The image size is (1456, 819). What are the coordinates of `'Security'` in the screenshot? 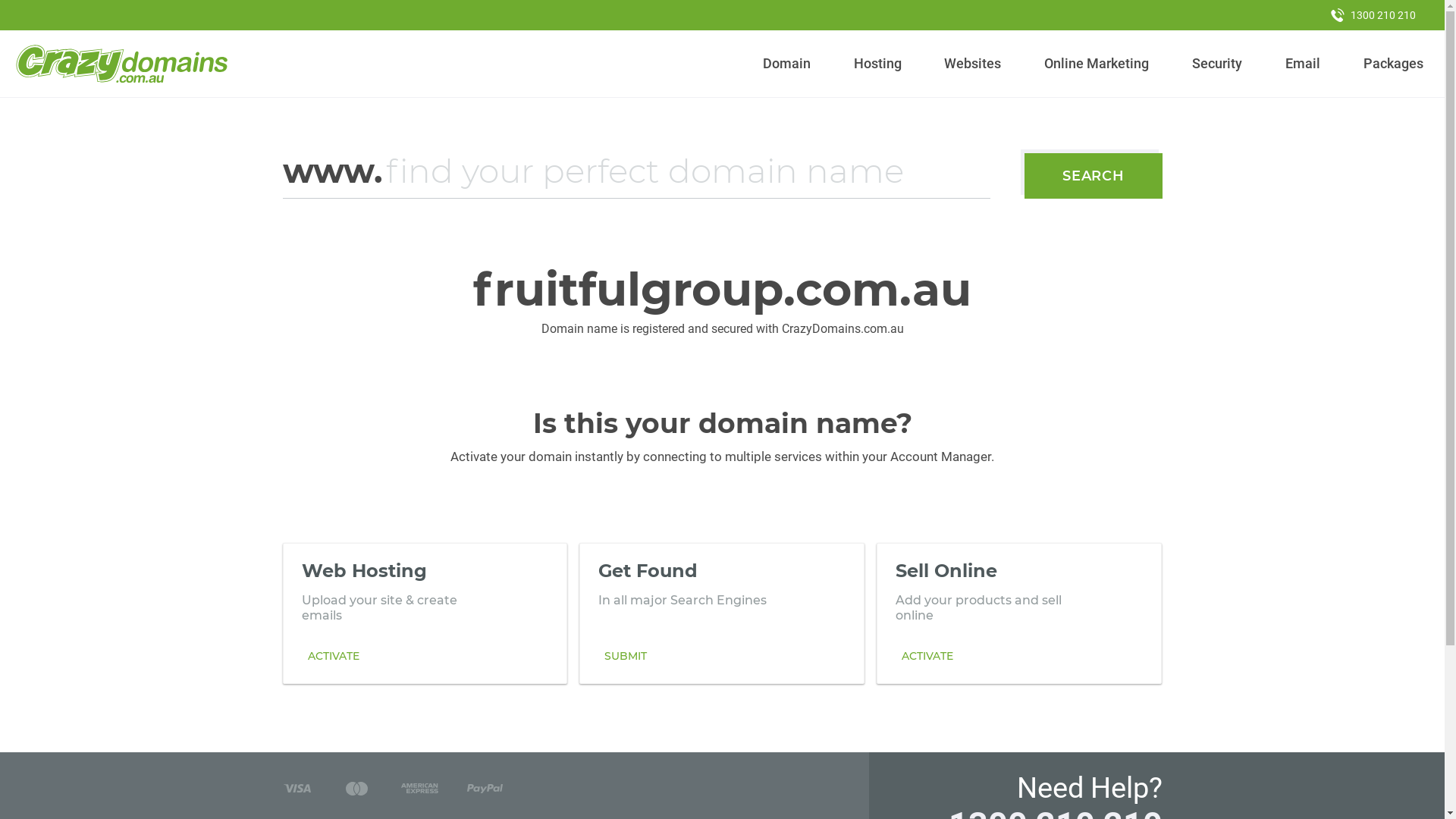 It's located at (1217, 63).